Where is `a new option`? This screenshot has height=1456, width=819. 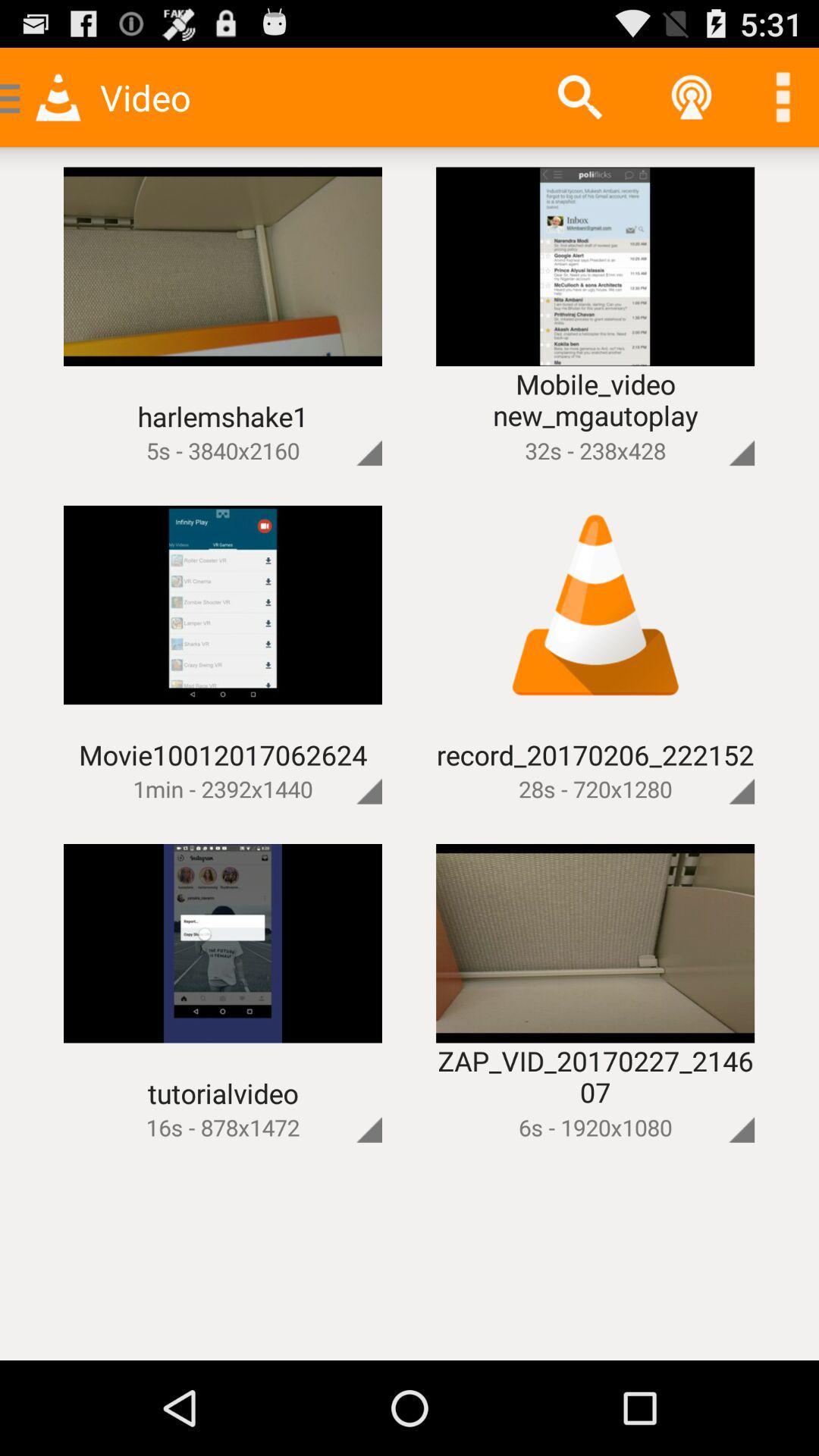 a new option is located at coordinates (783, 96).